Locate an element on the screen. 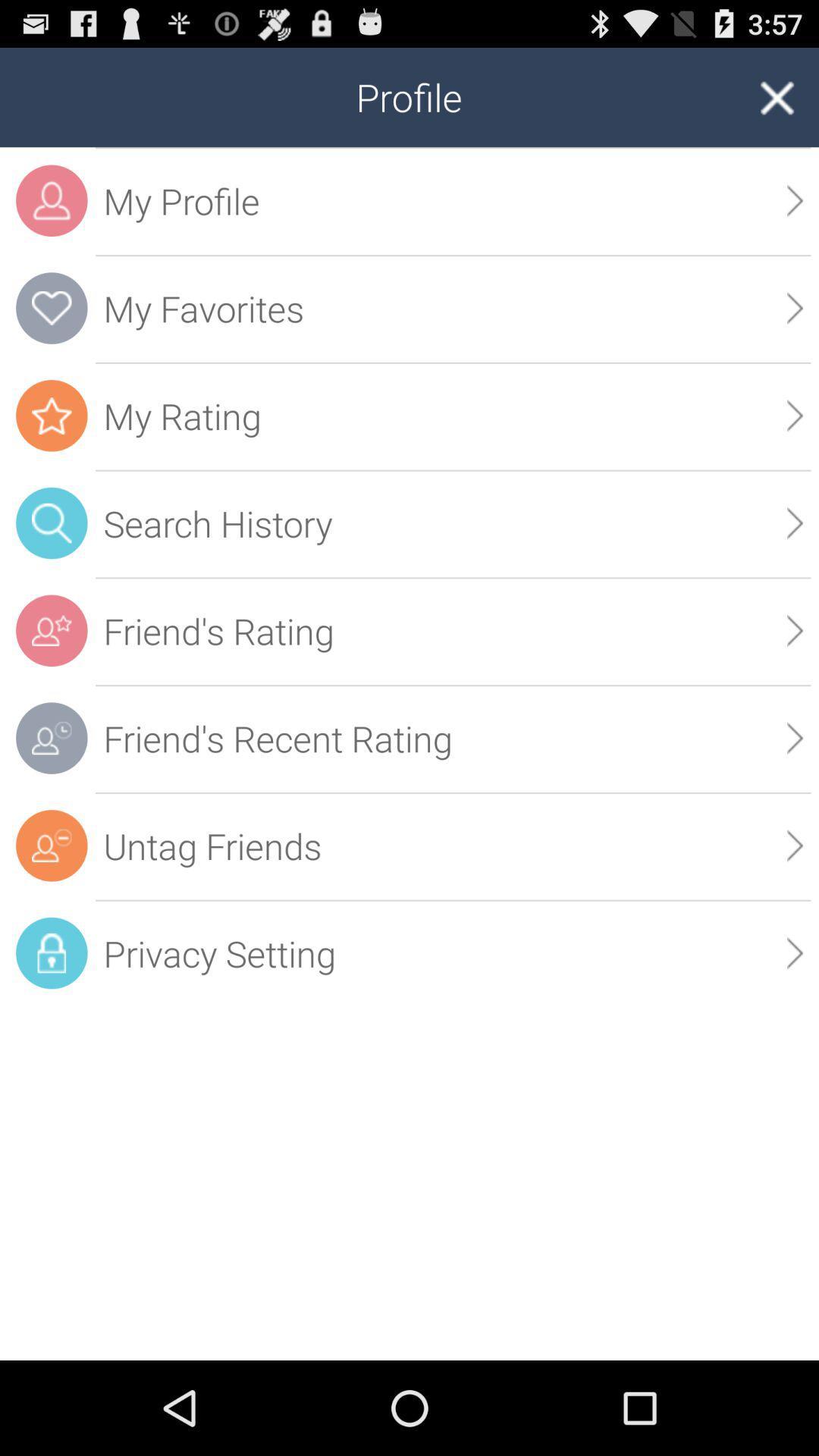 The height and width of the screenshot is (1456, 819). icon above my rating icon is located at coordinates (794, 307).